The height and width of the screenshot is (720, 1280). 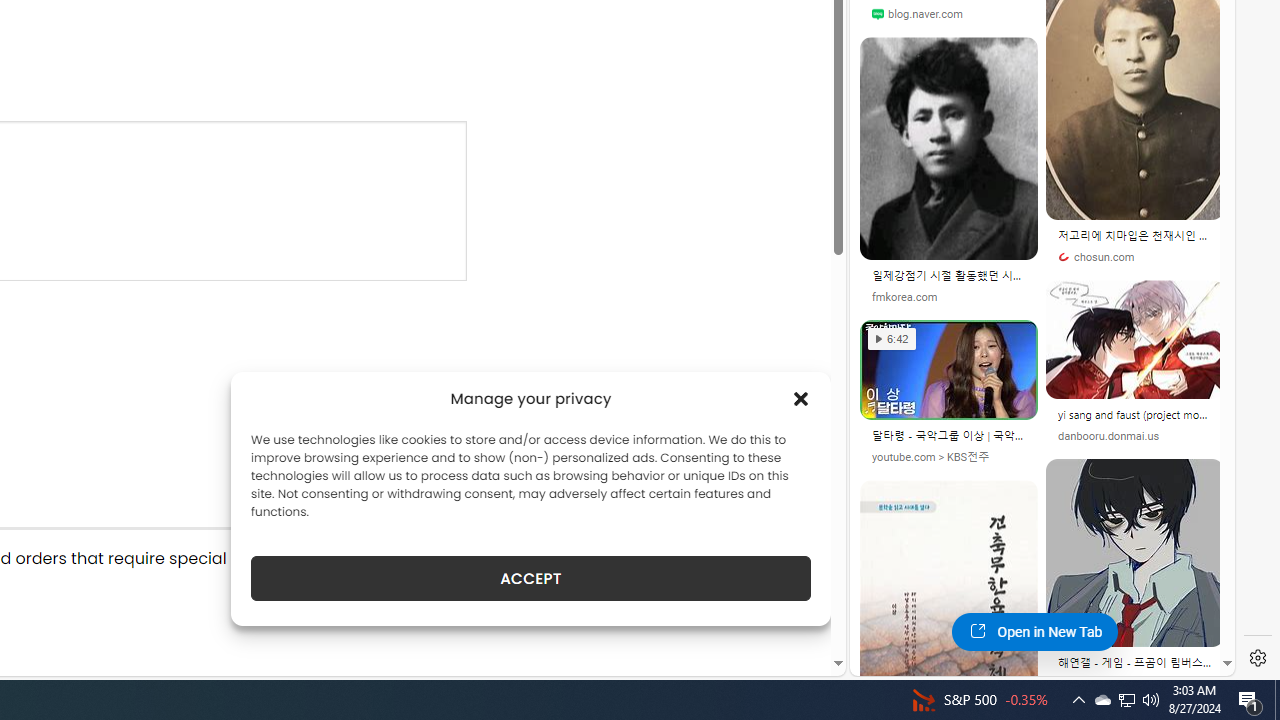 What do you see at coordinates (903, 297) in the screenshot?
I see `'fmkorea.com'` at bounding box center [903, 297].